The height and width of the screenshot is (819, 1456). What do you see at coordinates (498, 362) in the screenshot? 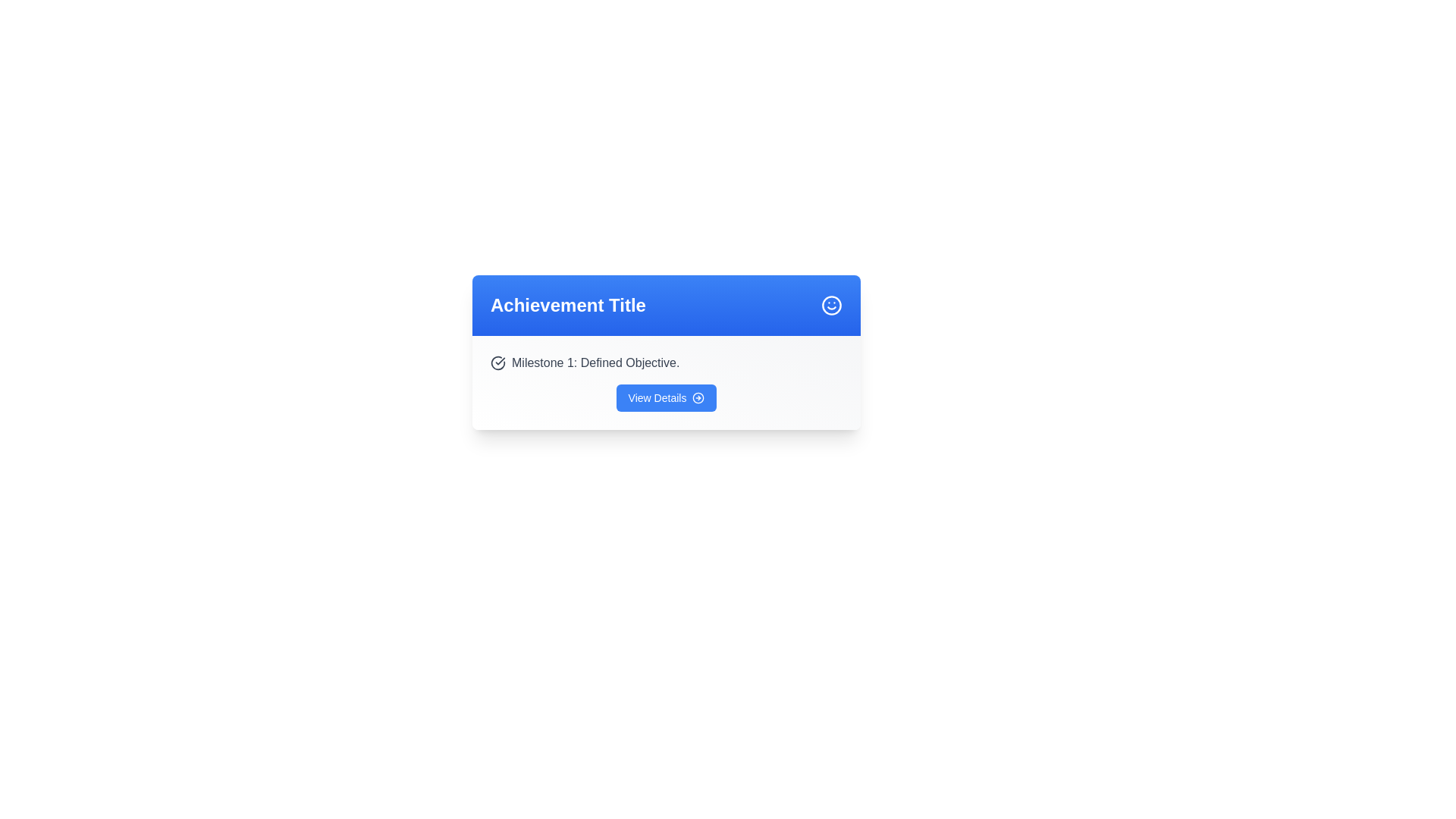
I see `the completion indicator icon located to the left of the text 'Milestone 1: Defined Objective.'` at bounding box center [498, 362].